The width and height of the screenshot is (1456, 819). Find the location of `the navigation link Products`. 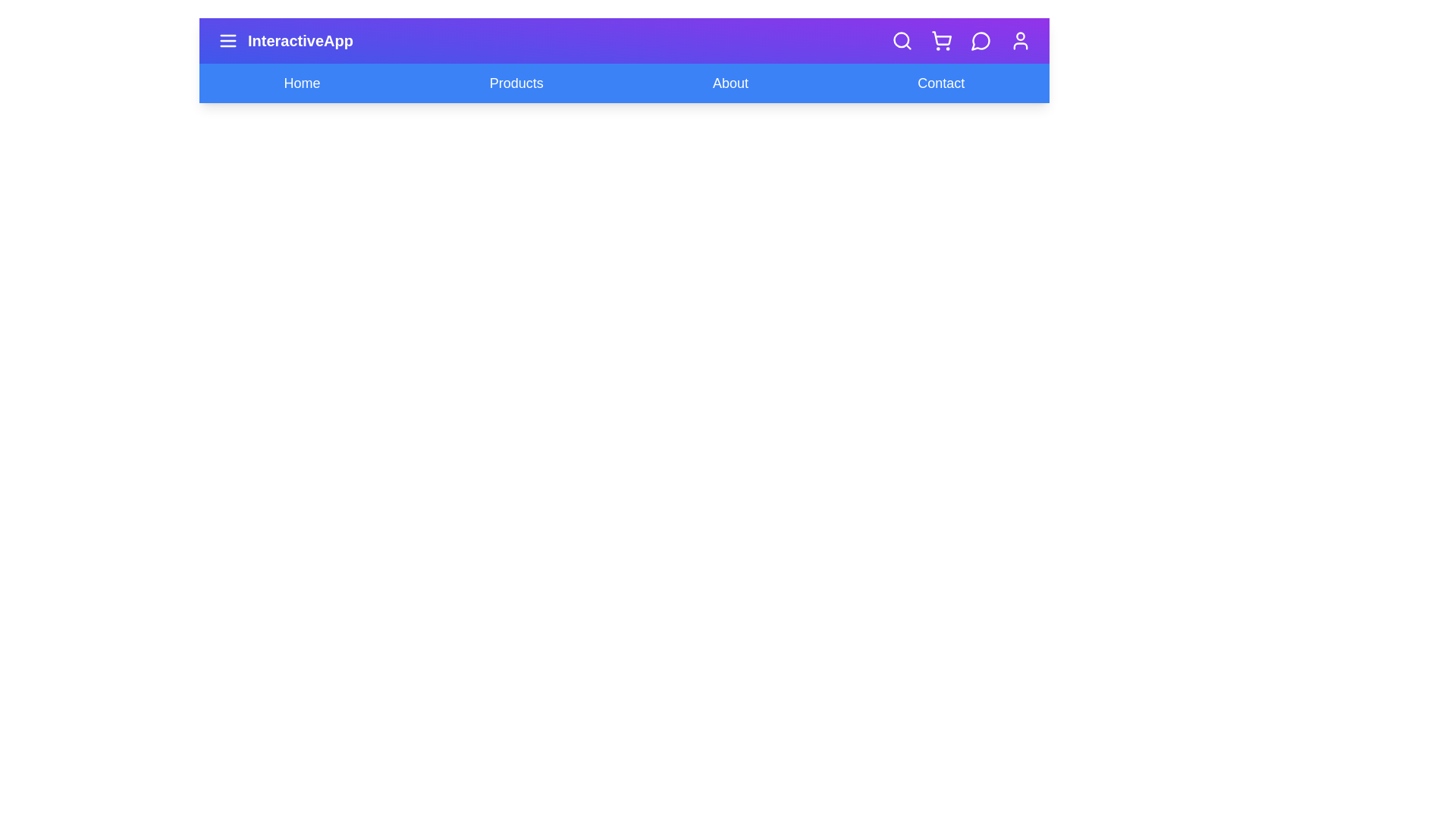

the navigation link Products is located at coordinates (516, 83).